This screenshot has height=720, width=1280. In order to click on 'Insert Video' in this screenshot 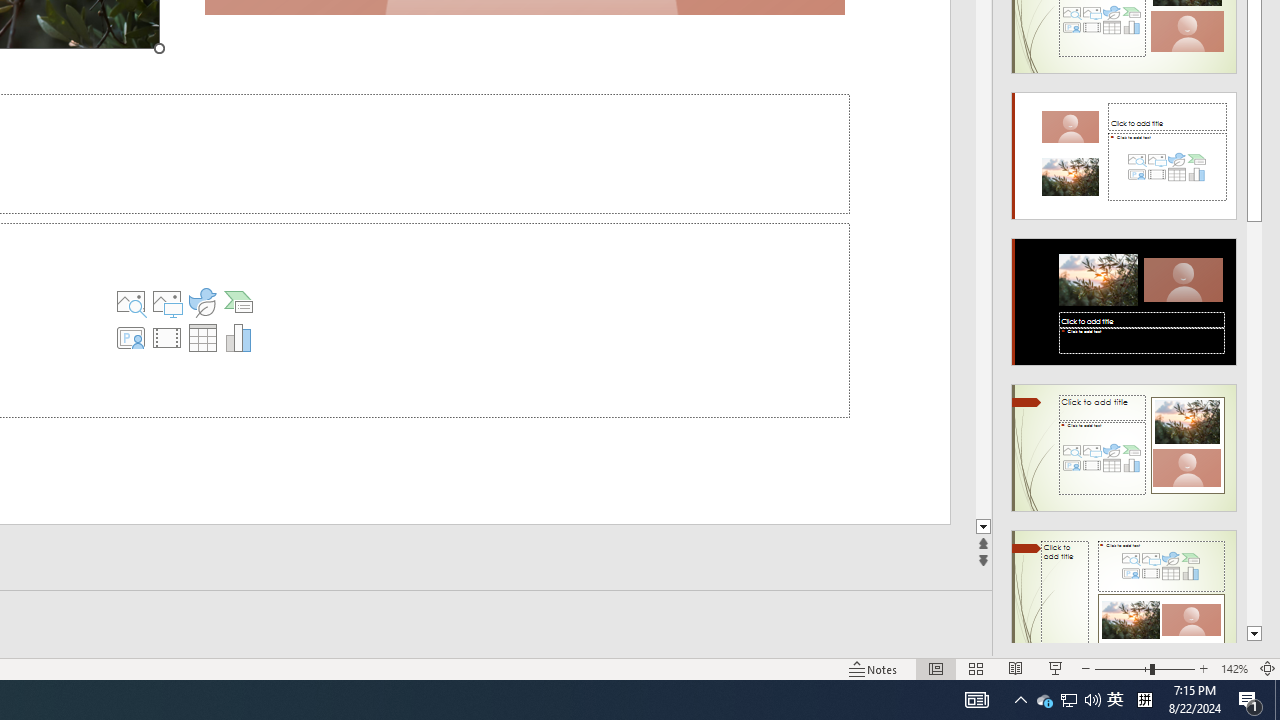, I will do `click(167, 337)`.